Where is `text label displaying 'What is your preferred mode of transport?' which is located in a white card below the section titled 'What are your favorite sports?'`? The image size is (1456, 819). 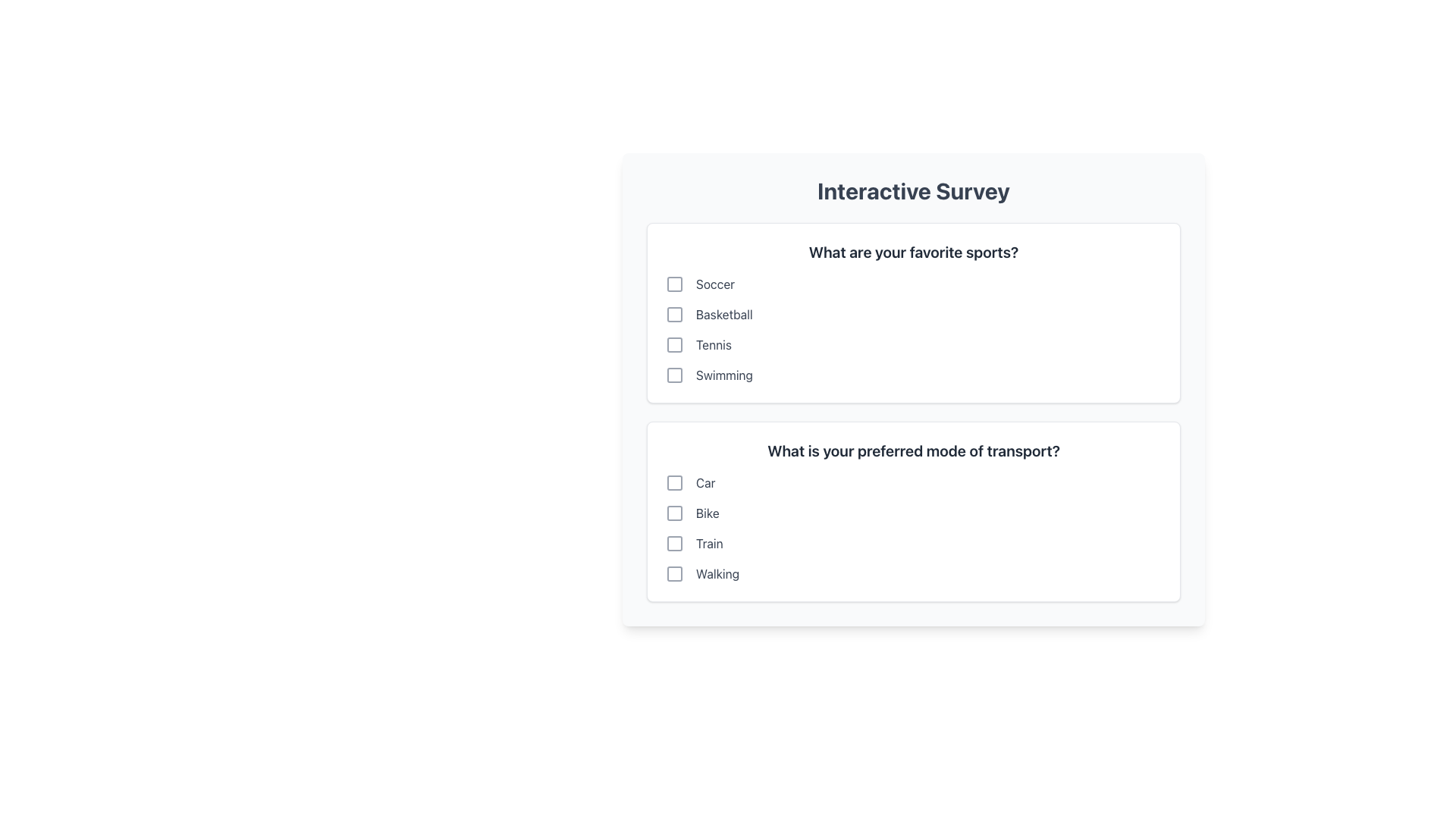 text label displaying 'What is your preferred mode of transport?' which is located in a white card below the section titled 'What are your favorite sports?' is located at coordinates (912, 450).